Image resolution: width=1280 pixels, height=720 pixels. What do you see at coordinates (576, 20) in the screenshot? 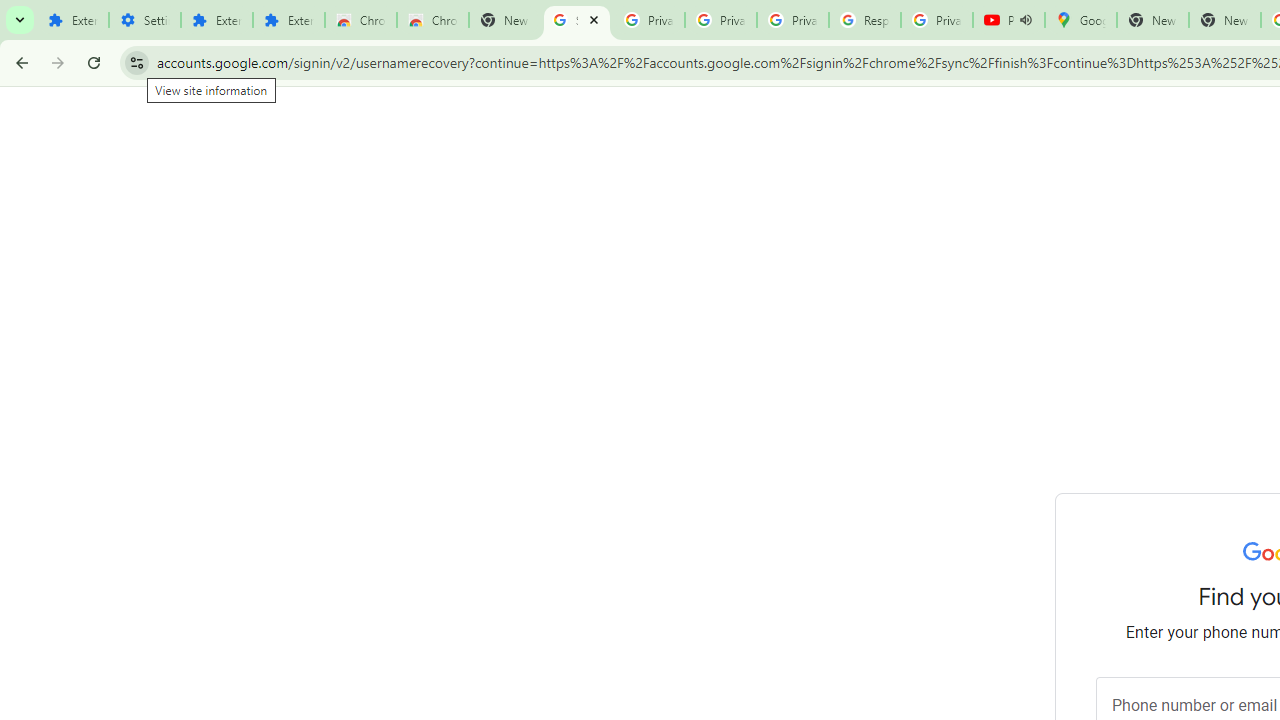
I see `'Sign in - Google Accounts'` at bounding box center [576, 20].